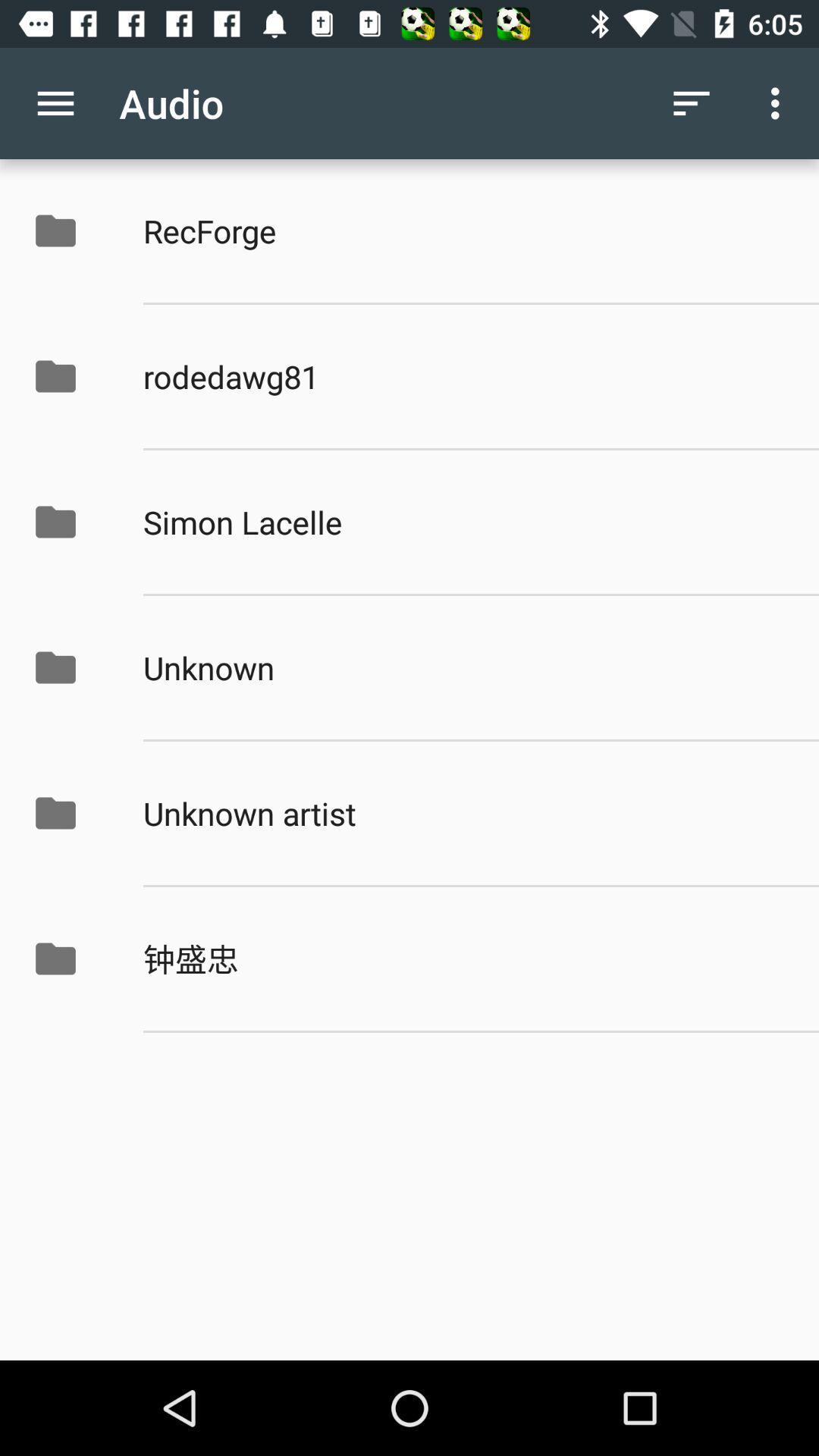 This screenshot has height=1456, width=819. Describe the element at coordinates (55, 102) in the screenshot. I see `the icon to the left of audio item` at that location.